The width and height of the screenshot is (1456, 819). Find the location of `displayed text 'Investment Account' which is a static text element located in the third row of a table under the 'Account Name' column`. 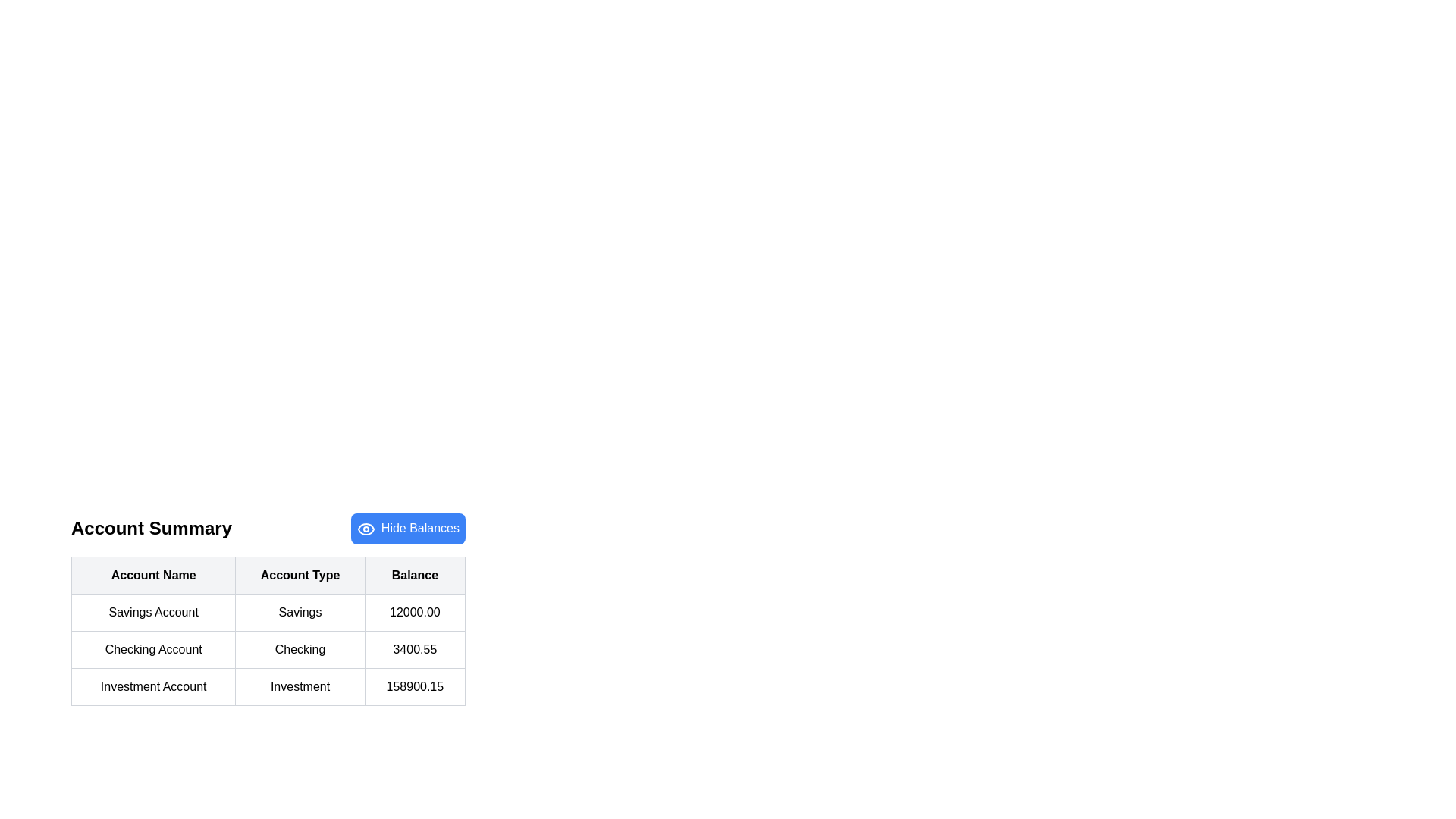

displayed text 'Investment Account' which is a static text element located in the third row of a table under the 'Account Name' column is located at coordinates (153, 686).